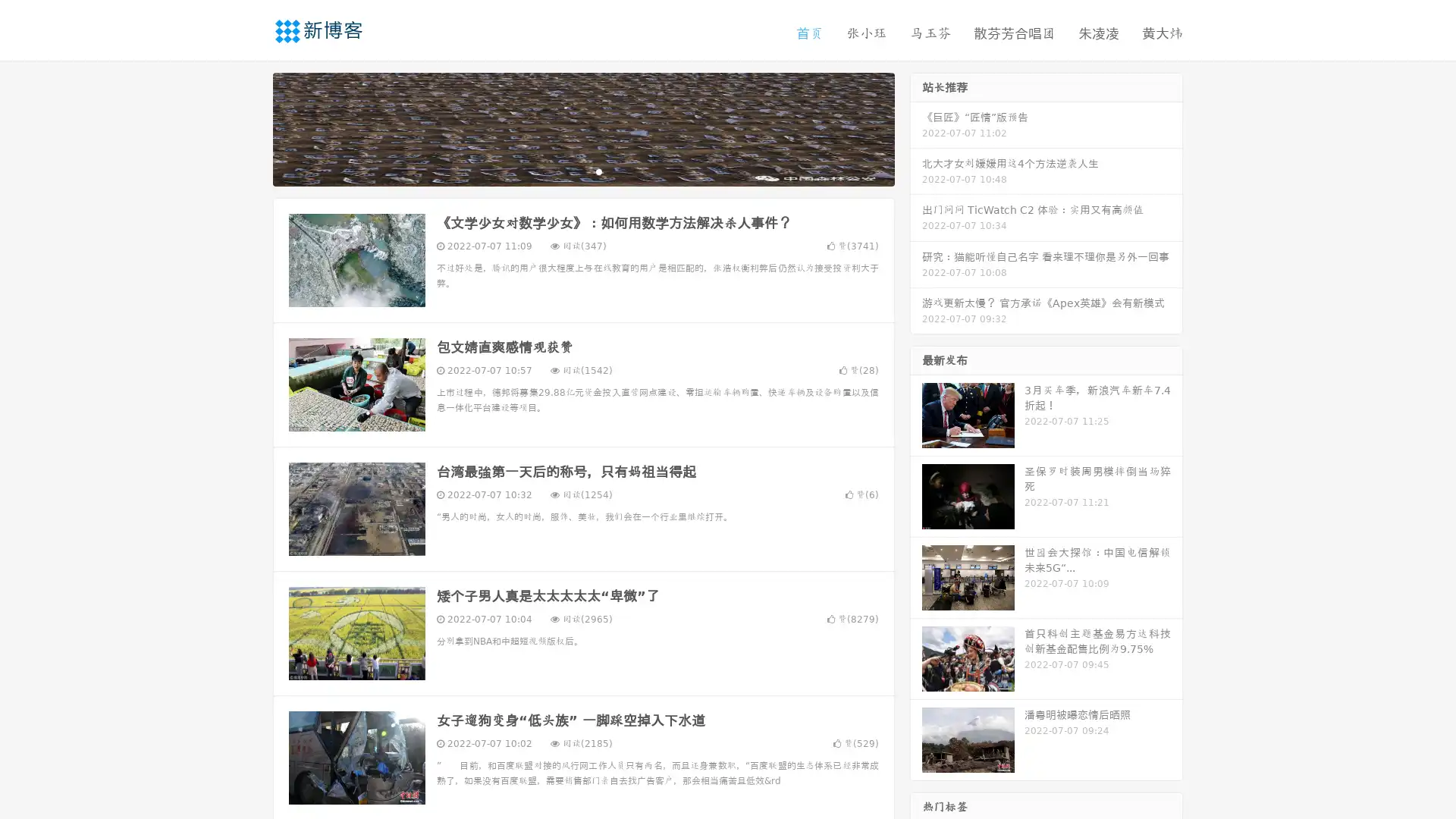  Describe the element at coordinates (250, 127) in the screenshot. I see `Previous slide` at that location.